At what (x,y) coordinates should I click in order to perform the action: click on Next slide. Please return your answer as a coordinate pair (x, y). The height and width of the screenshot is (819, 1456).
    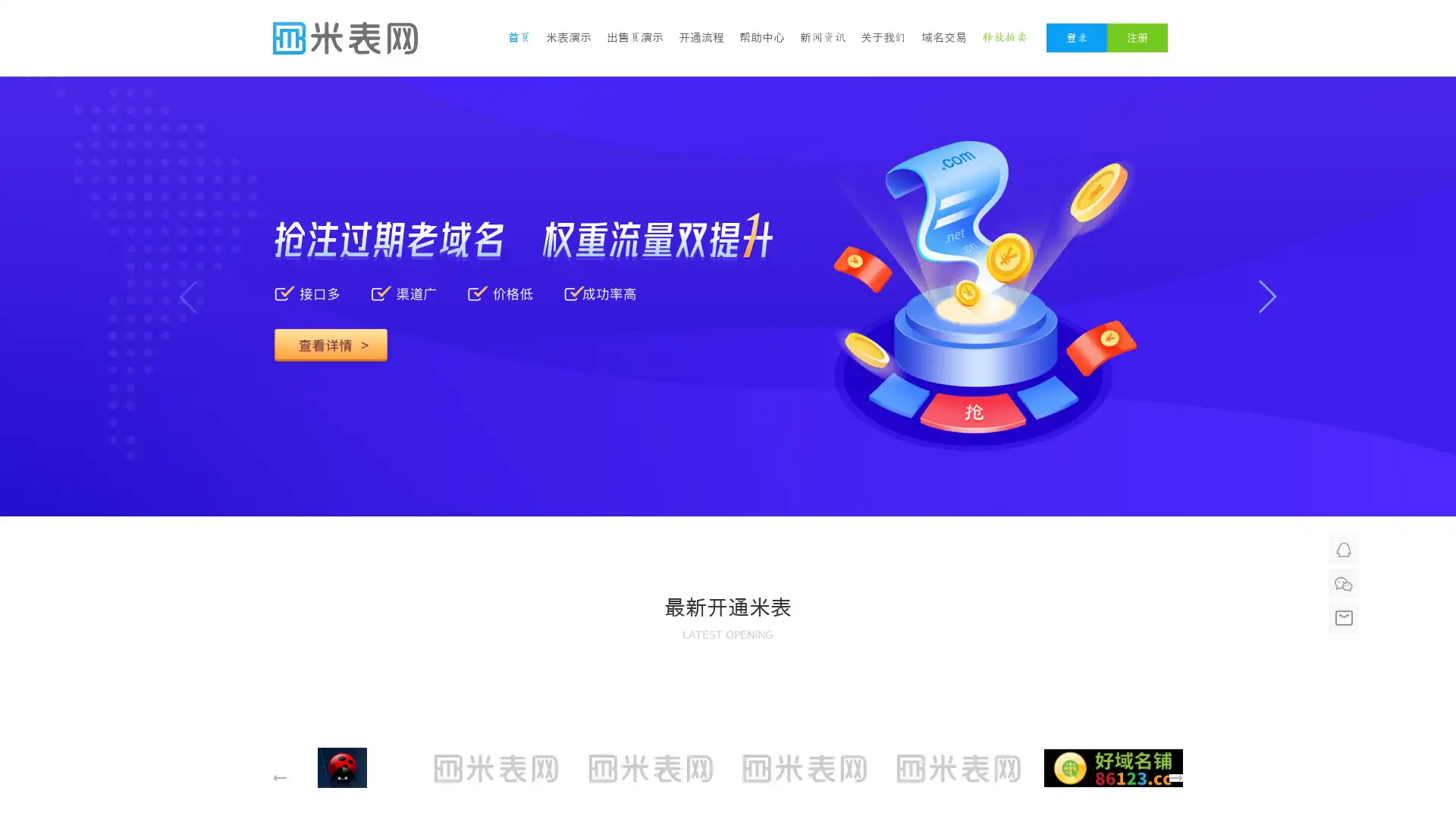
    Looking at the image, I should click on (927, 516).